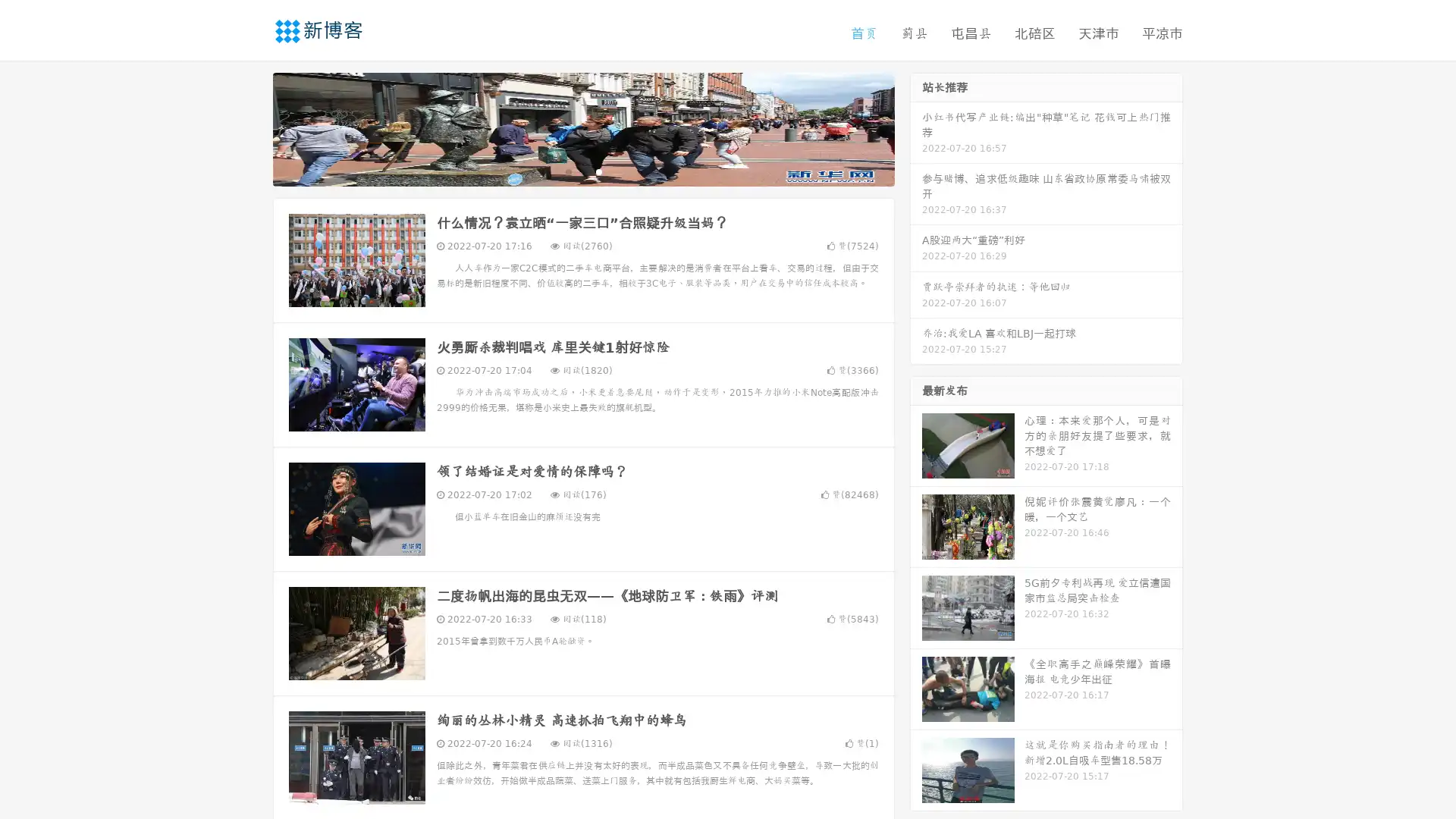 Image resolution: width=1456 pixels, height=819 pixels. What do you see at coordinates (916, 127) in the screenshot?
I see `Next slide` at bounding box center [916, 127].